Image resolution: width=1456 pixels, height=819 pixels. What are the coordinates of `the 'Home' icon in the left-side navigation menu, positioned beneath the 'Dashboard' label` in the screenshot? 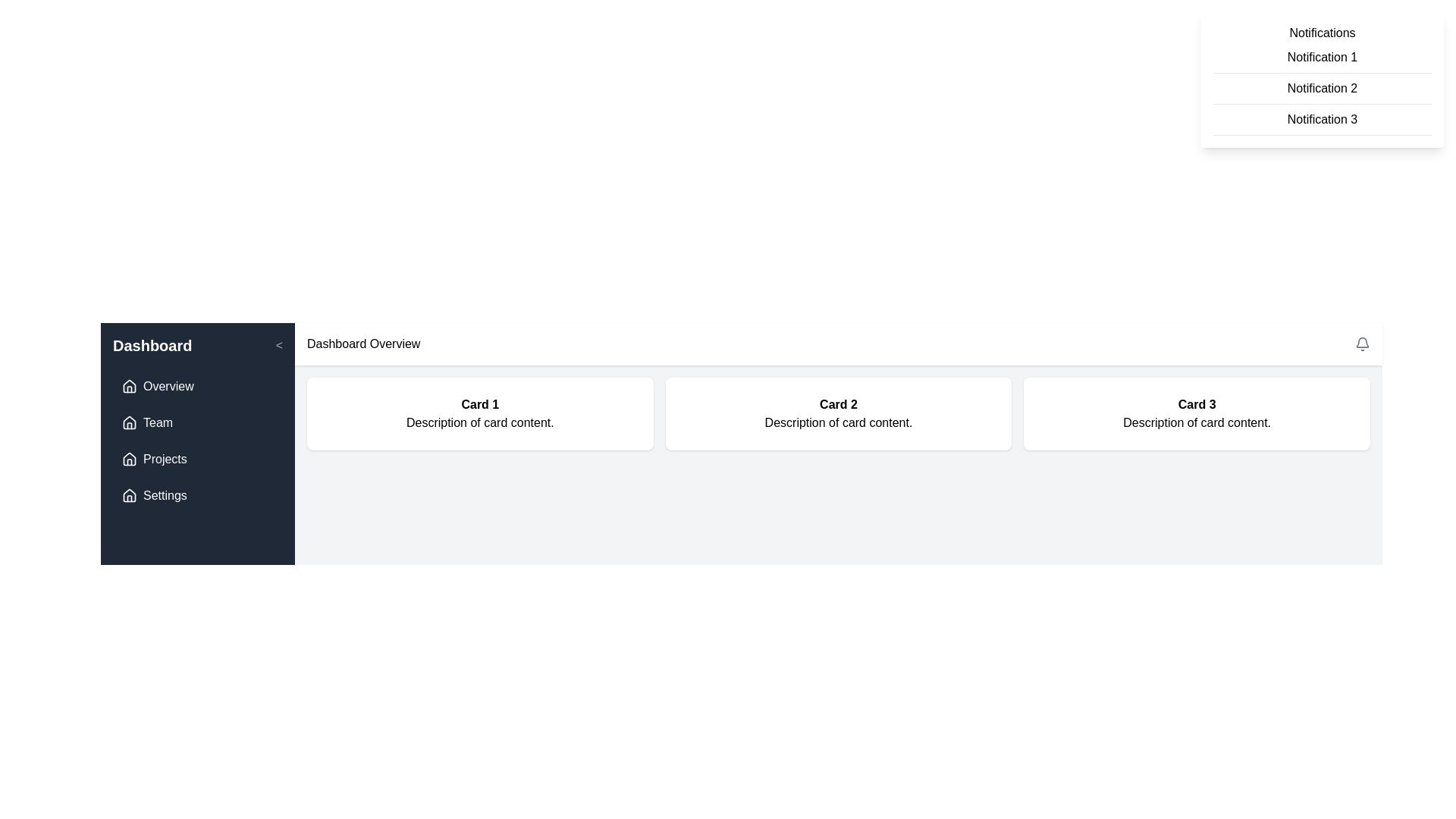 It's located at (130, 422).